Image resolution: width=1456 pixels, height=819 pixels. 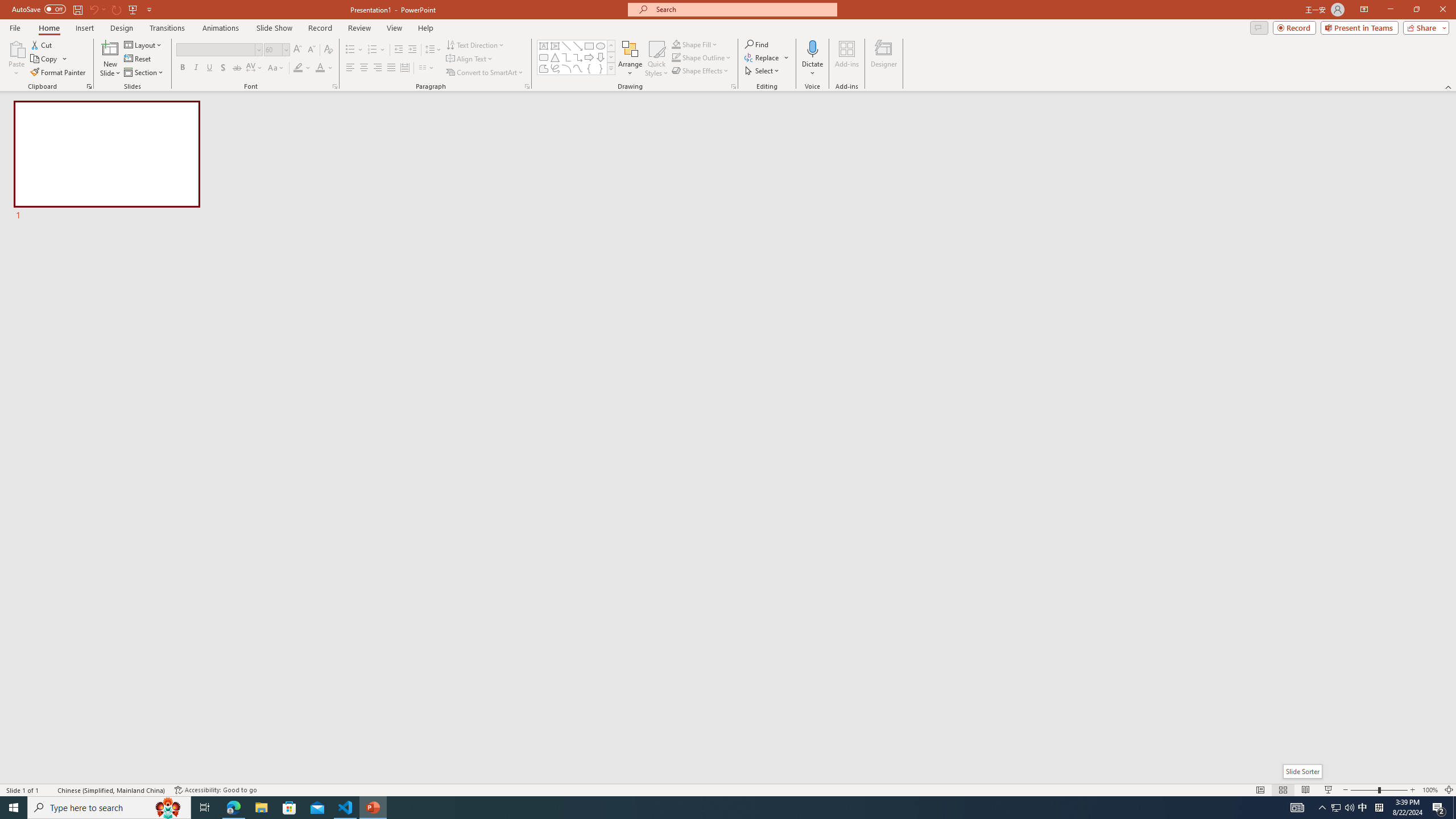 I want to click on 'Oval', so click(x=600, y=45).